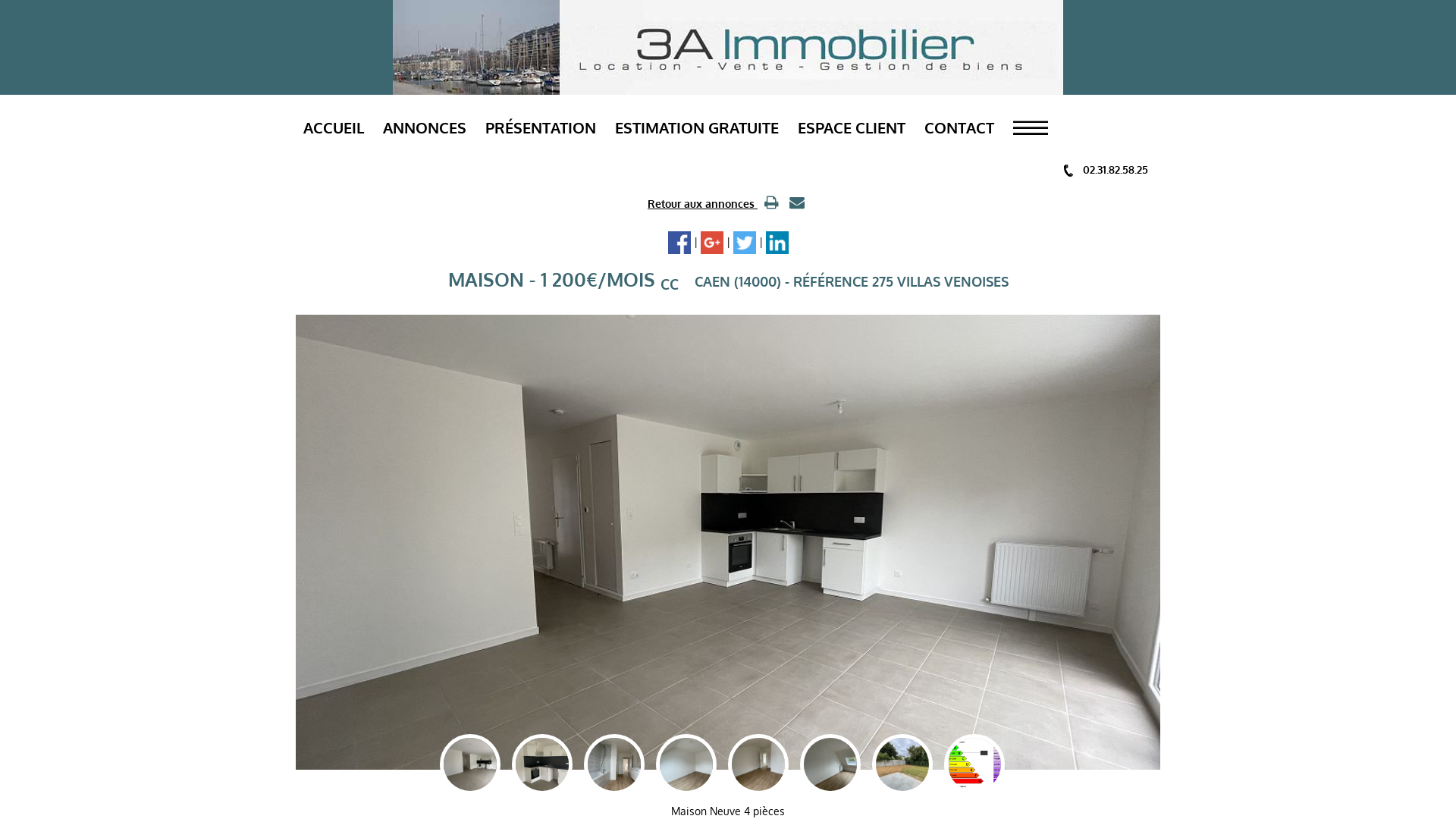 Image resolution: width=1456 pixels, height=819 pixels. What do you see at coordinates (852, 127) in the screenshot?
I see `'ESPACE CLIENT'` at bounding box center [852, 127].